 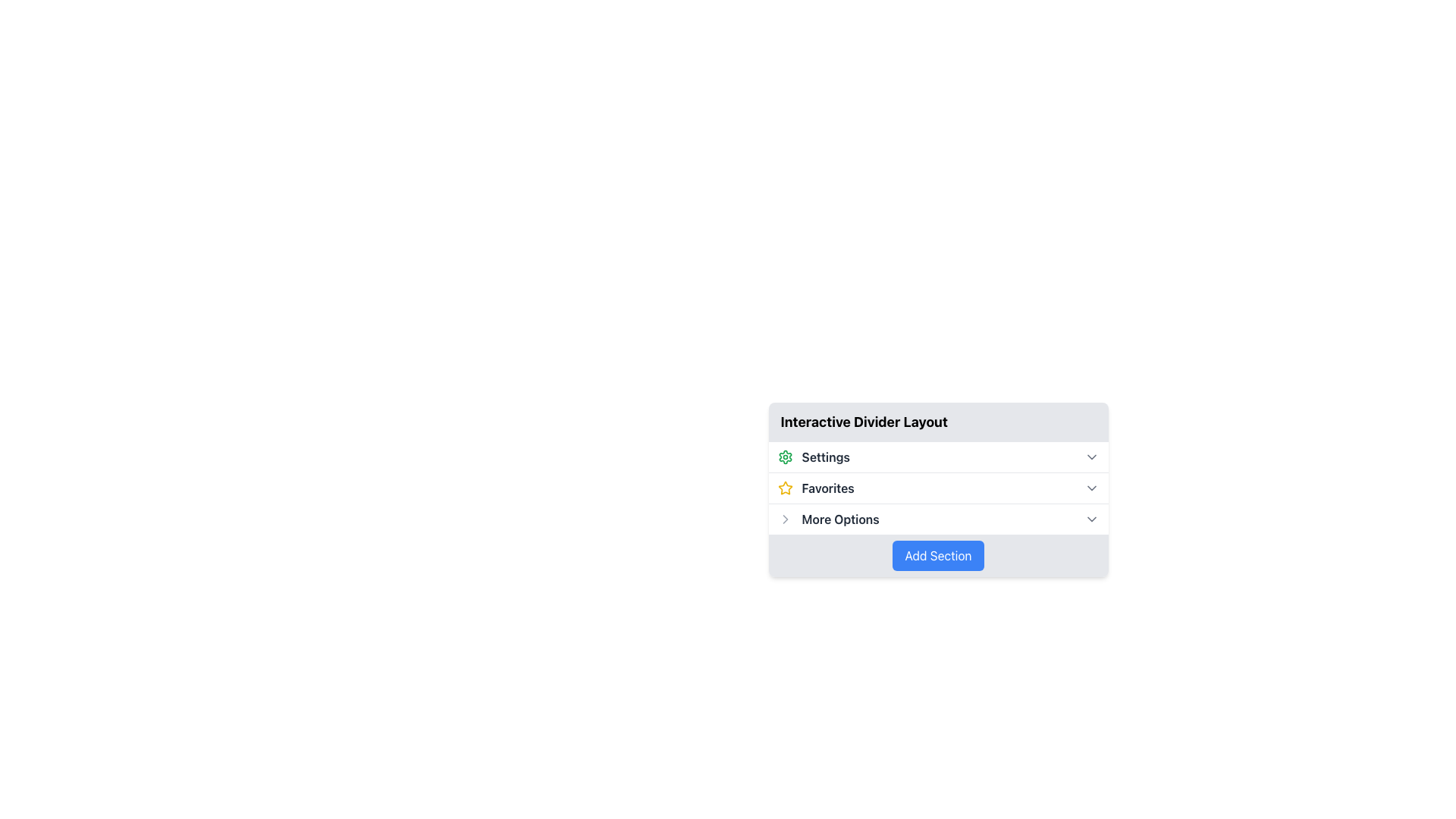 What do you see at coordinates (825, 456) in the screenshot?
I see `the 'Settings' textual label, which is styled in bold, dark gray font and is located next to a gear icon in a horizontal row at the top of a vertical list` at bounding box center [825, 456].